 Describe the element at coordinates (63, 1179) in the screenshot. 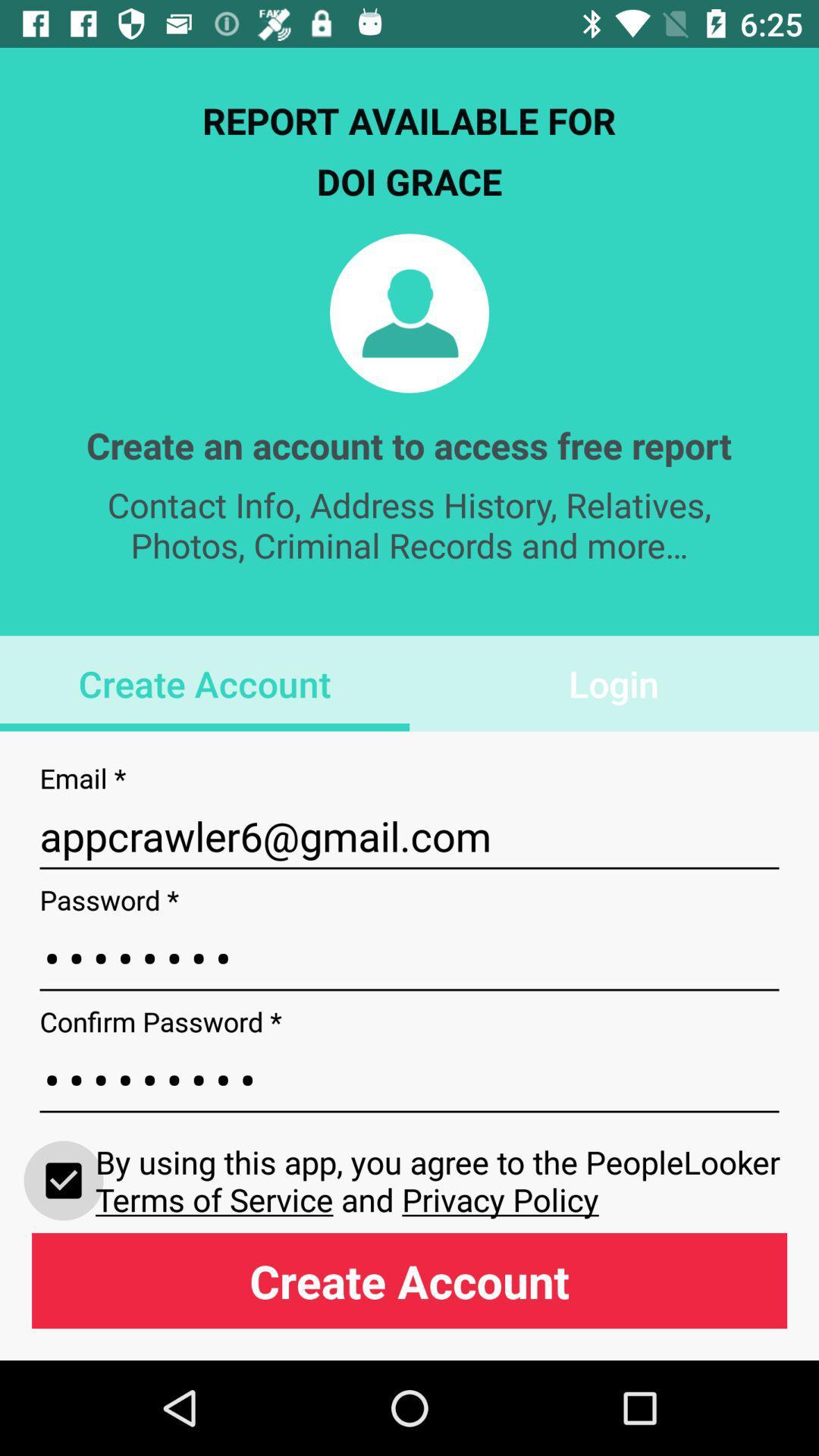

I see `item above create account` at that location.